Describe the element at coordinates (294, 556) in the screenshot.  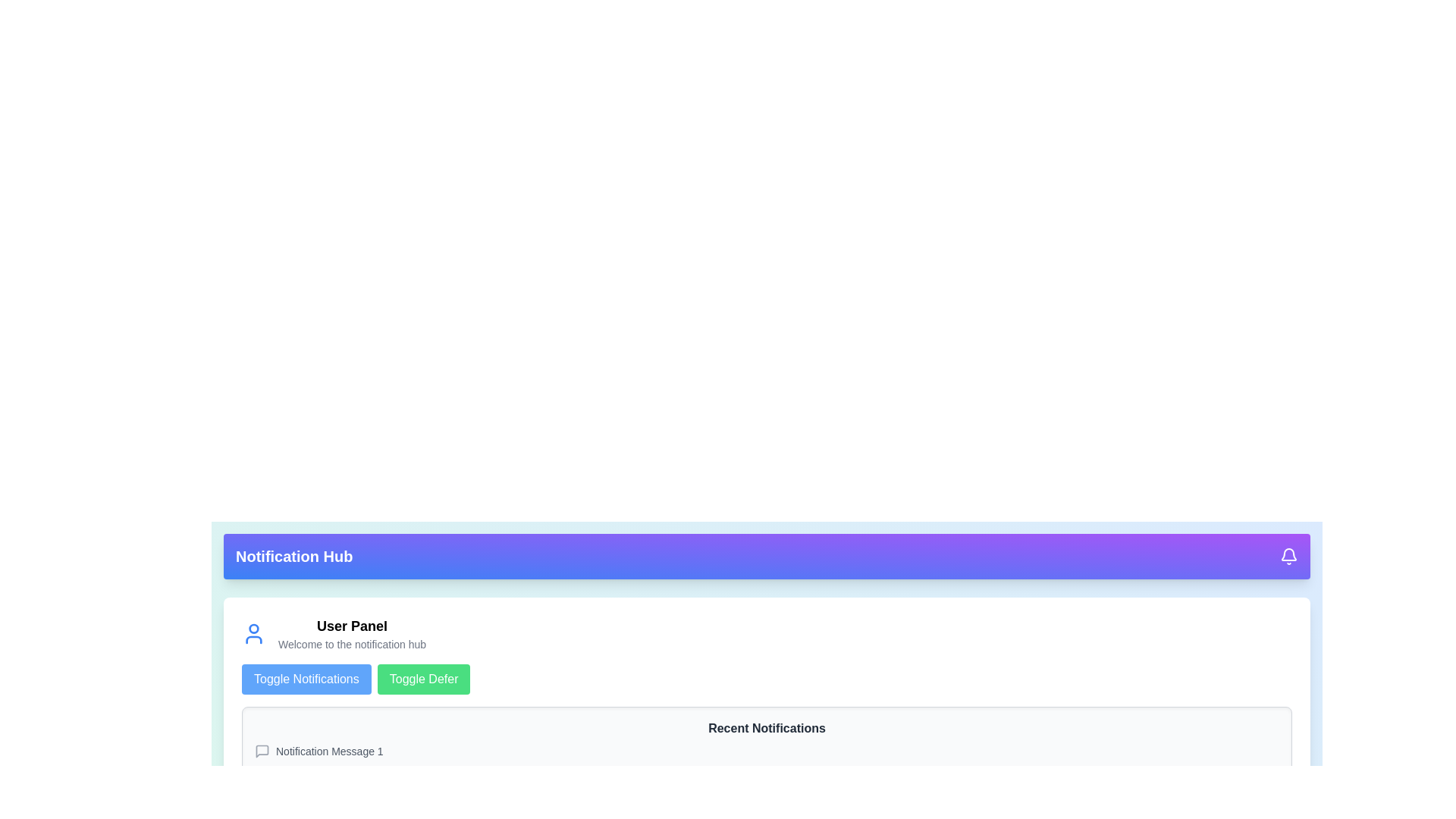
I see `the static text element located in the header section, which serves as the title for the notifications page` at that location.